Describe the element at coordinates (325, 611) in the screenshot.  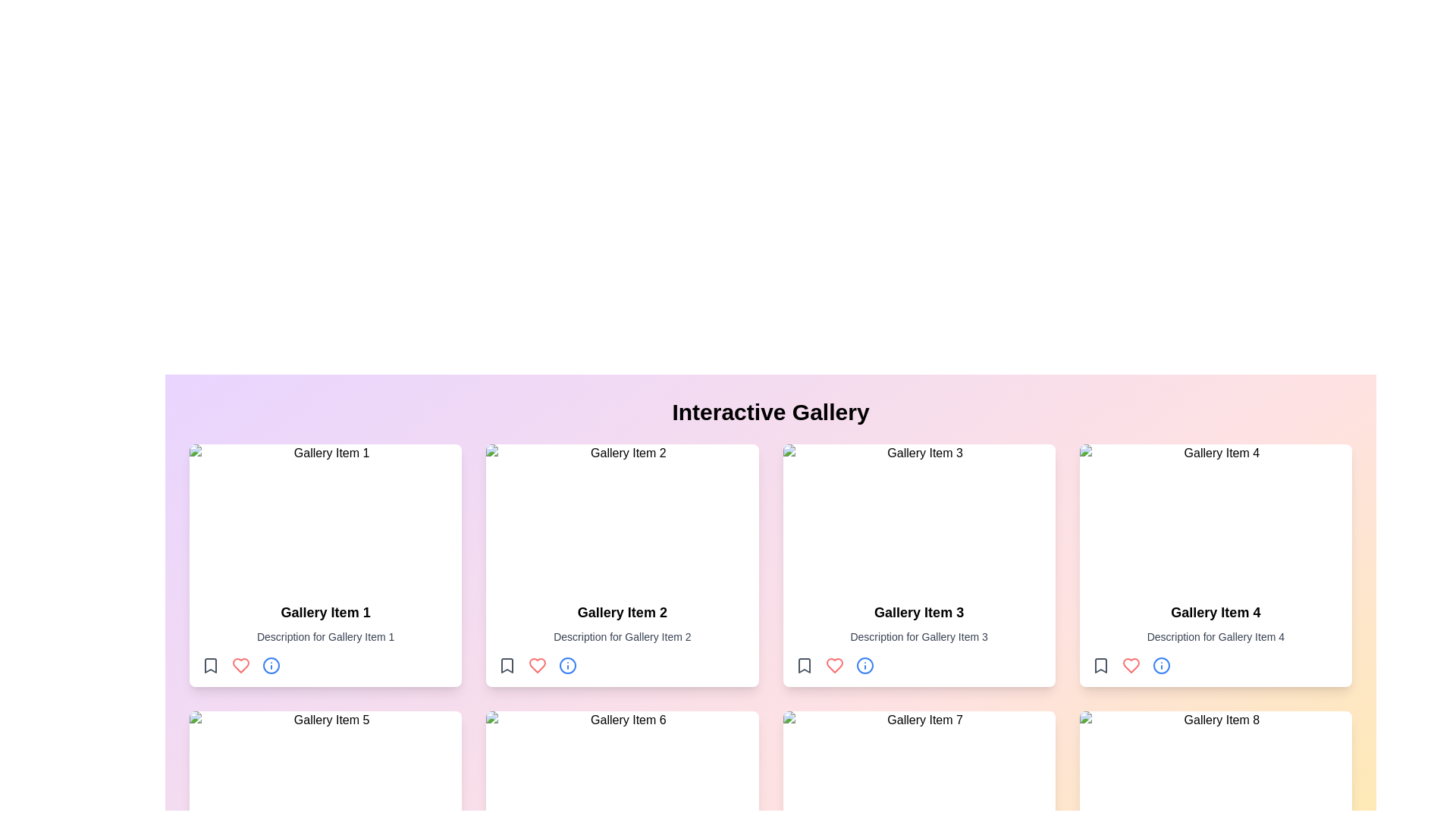
I see `title text of the first gallery item located in the top-left corner of the layout, which is positioned beneath the image and above the description text` at that location.